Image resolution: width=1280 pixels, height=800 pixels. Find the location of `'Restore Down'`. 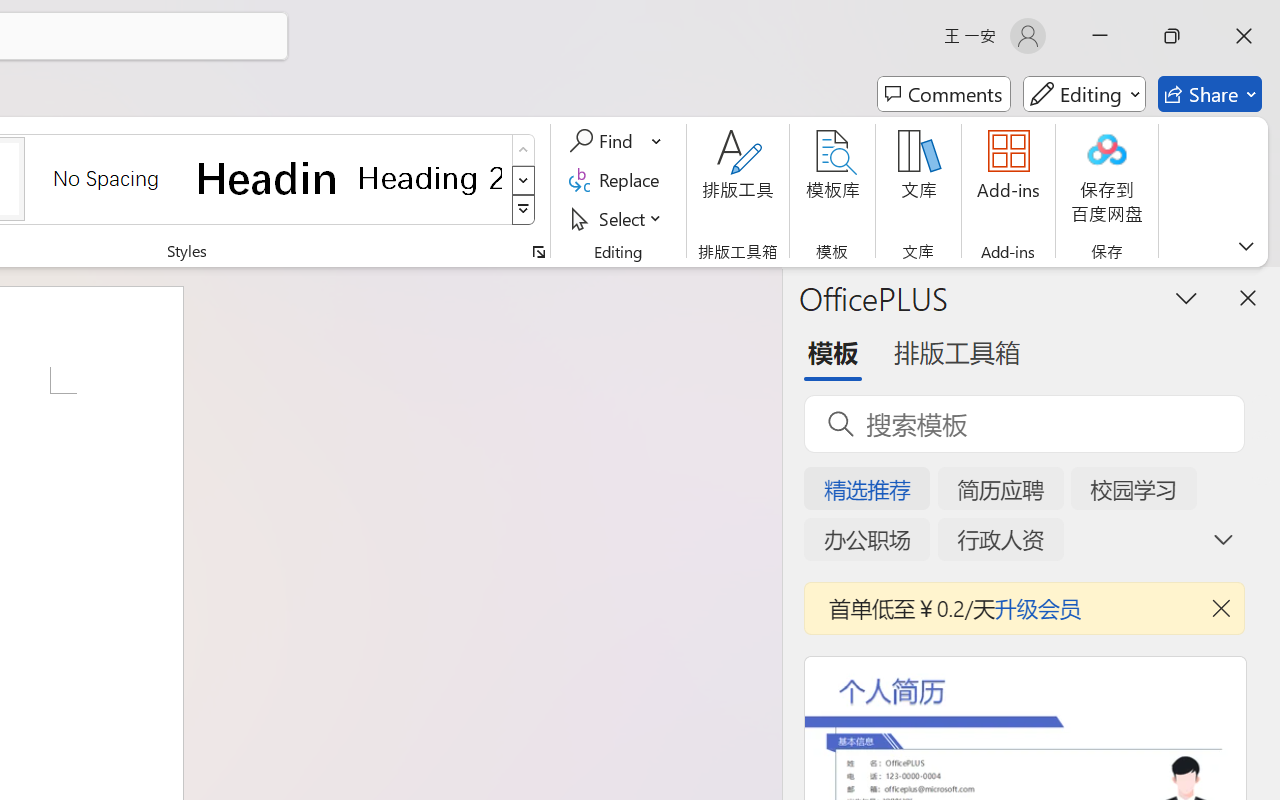

'Restore Down' is located at coordinates (1172, 35).